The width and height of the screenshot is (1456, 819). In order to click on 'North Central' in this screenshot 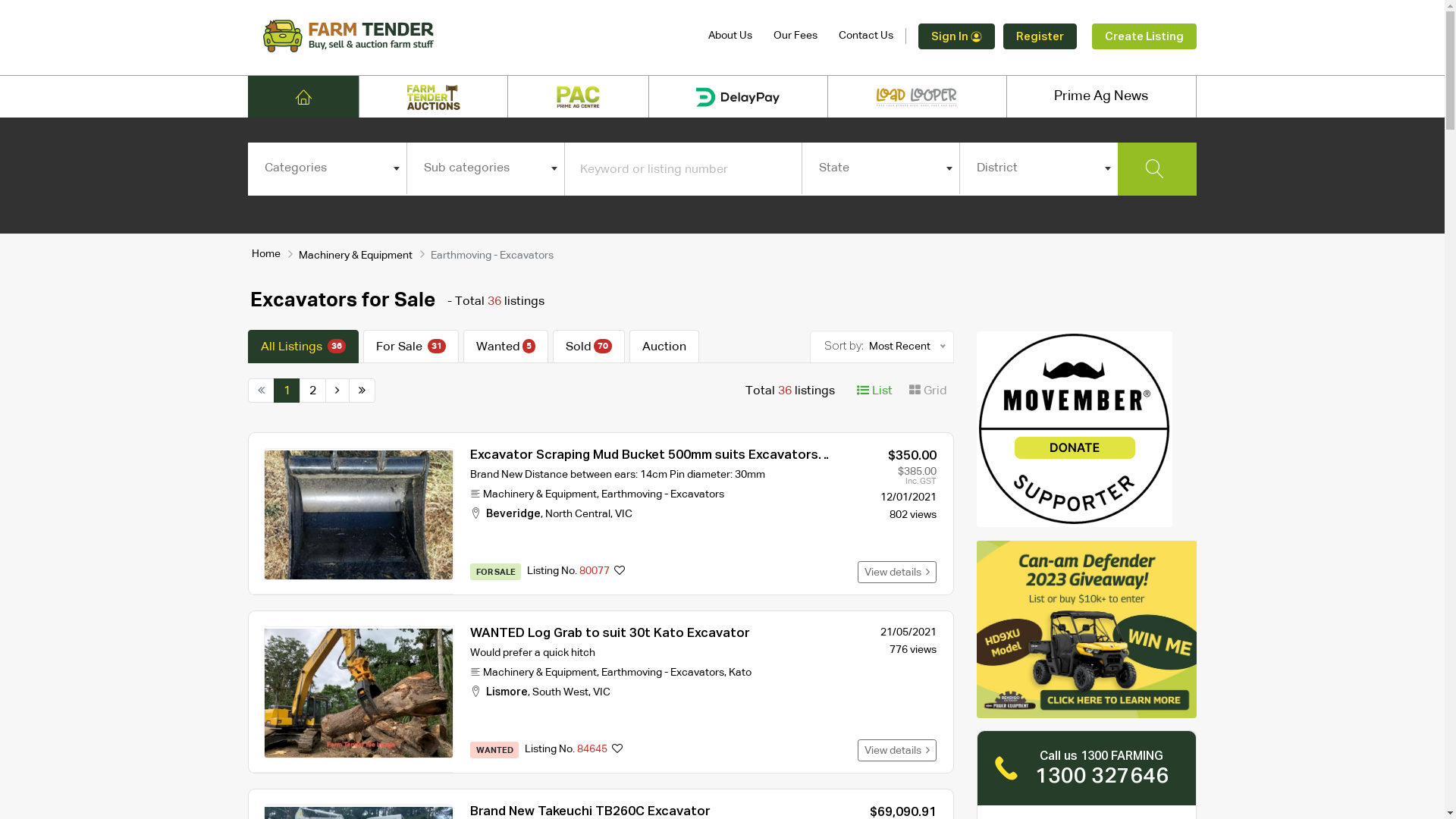, I will do `click(577, 513)`.